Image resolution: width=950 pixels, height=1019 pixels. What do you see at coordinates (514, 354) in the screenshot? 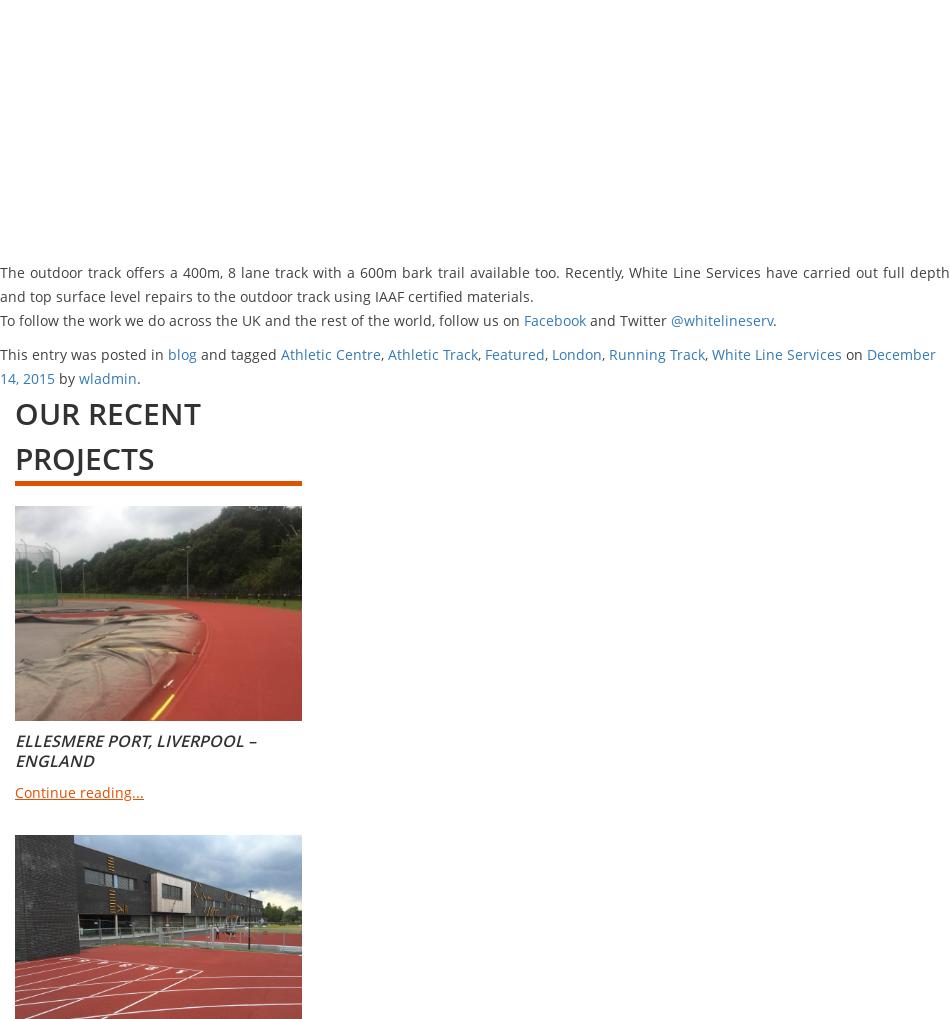
I see `'Featured'` at bounding box center [514, 354].